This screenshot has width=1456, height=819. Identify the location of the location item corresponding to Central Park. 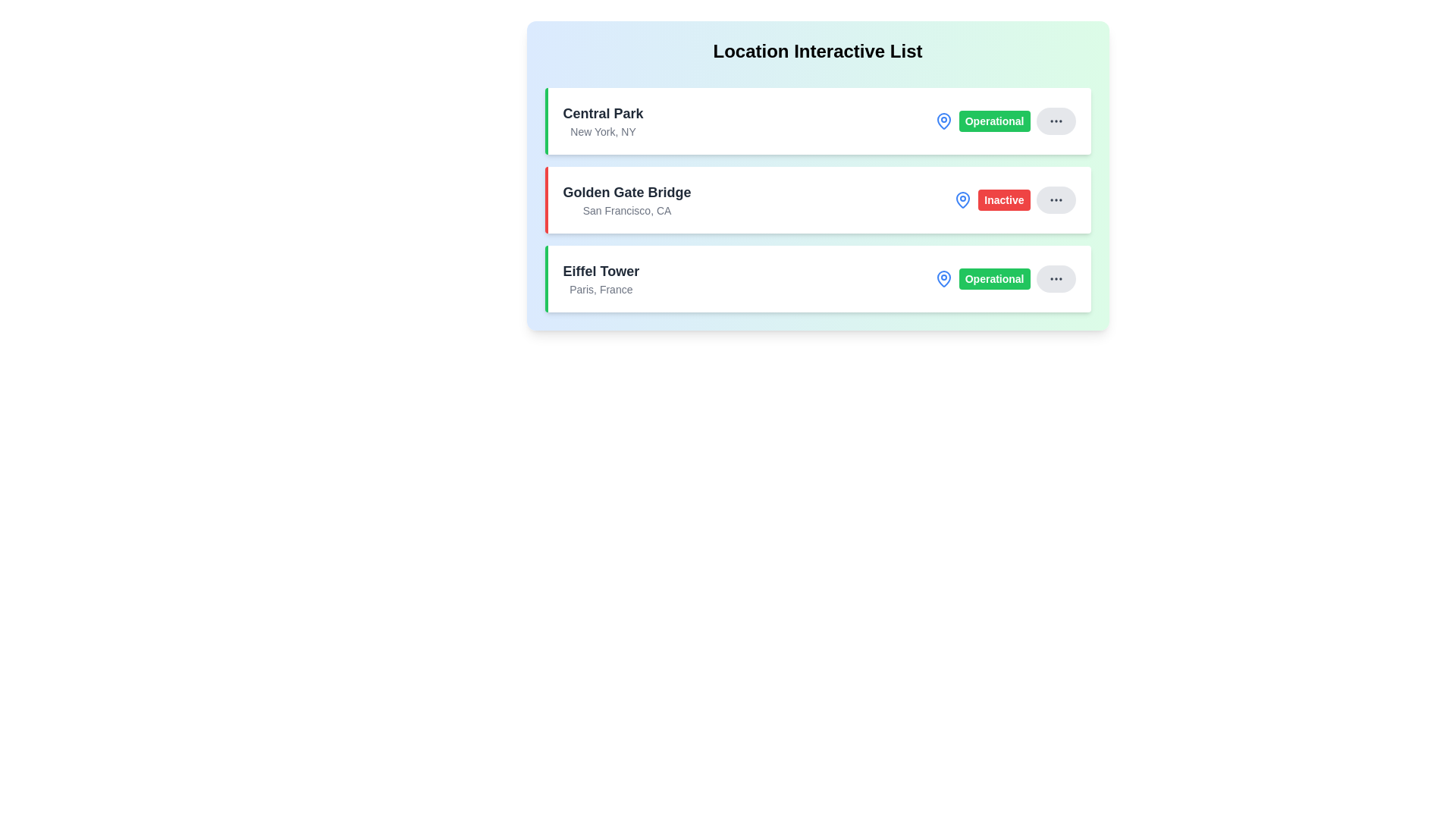
(817, 120).